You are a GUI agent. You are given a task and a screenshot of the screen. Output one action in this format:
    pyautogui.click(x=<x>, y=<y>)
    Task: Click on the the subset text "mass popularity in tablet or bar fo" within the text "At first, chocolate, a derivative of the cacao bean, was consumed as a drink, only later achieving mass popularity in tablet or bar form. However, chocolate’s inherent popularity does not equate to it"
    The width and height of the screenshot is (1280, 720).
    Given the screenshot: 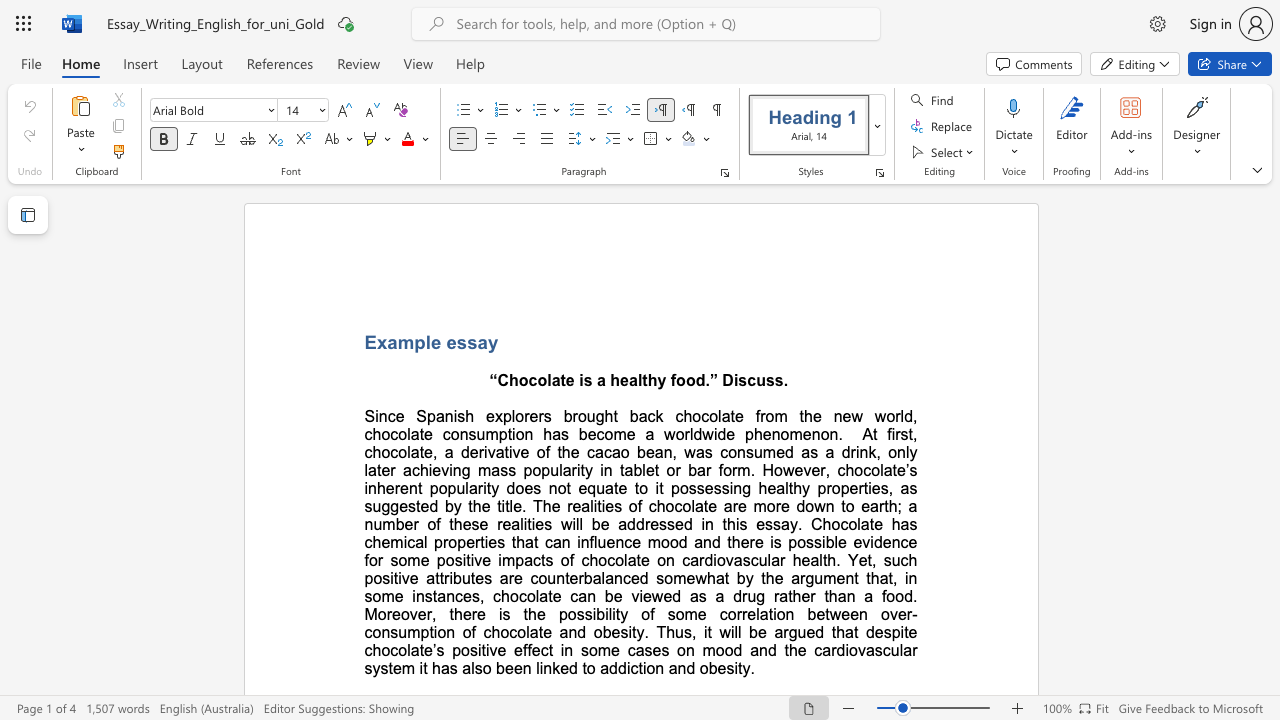 What is the action you would take?
    pyautogui.click(x=476, y=470)
    